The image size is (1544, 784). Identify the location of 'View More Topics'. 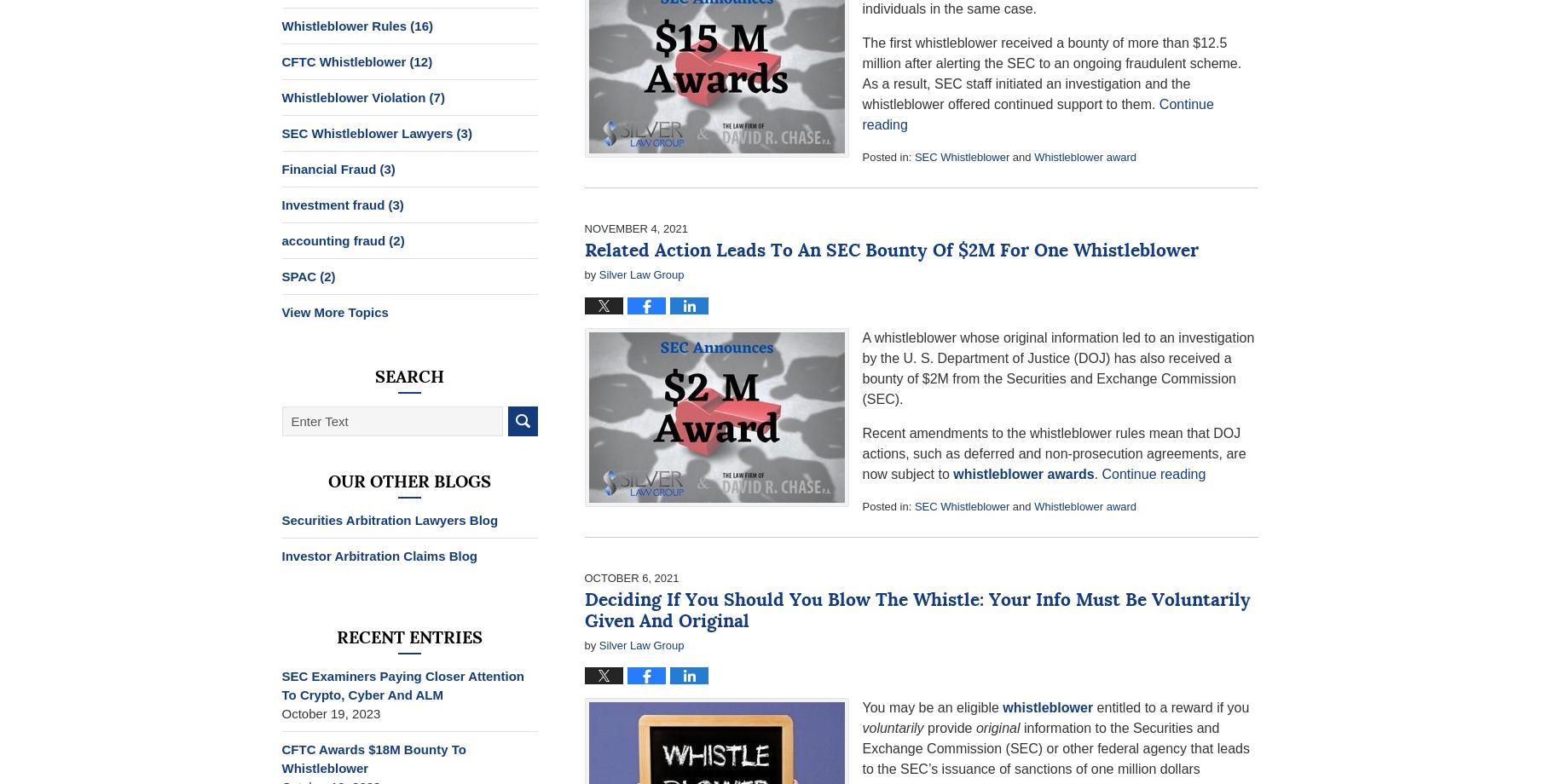
(333, 311).